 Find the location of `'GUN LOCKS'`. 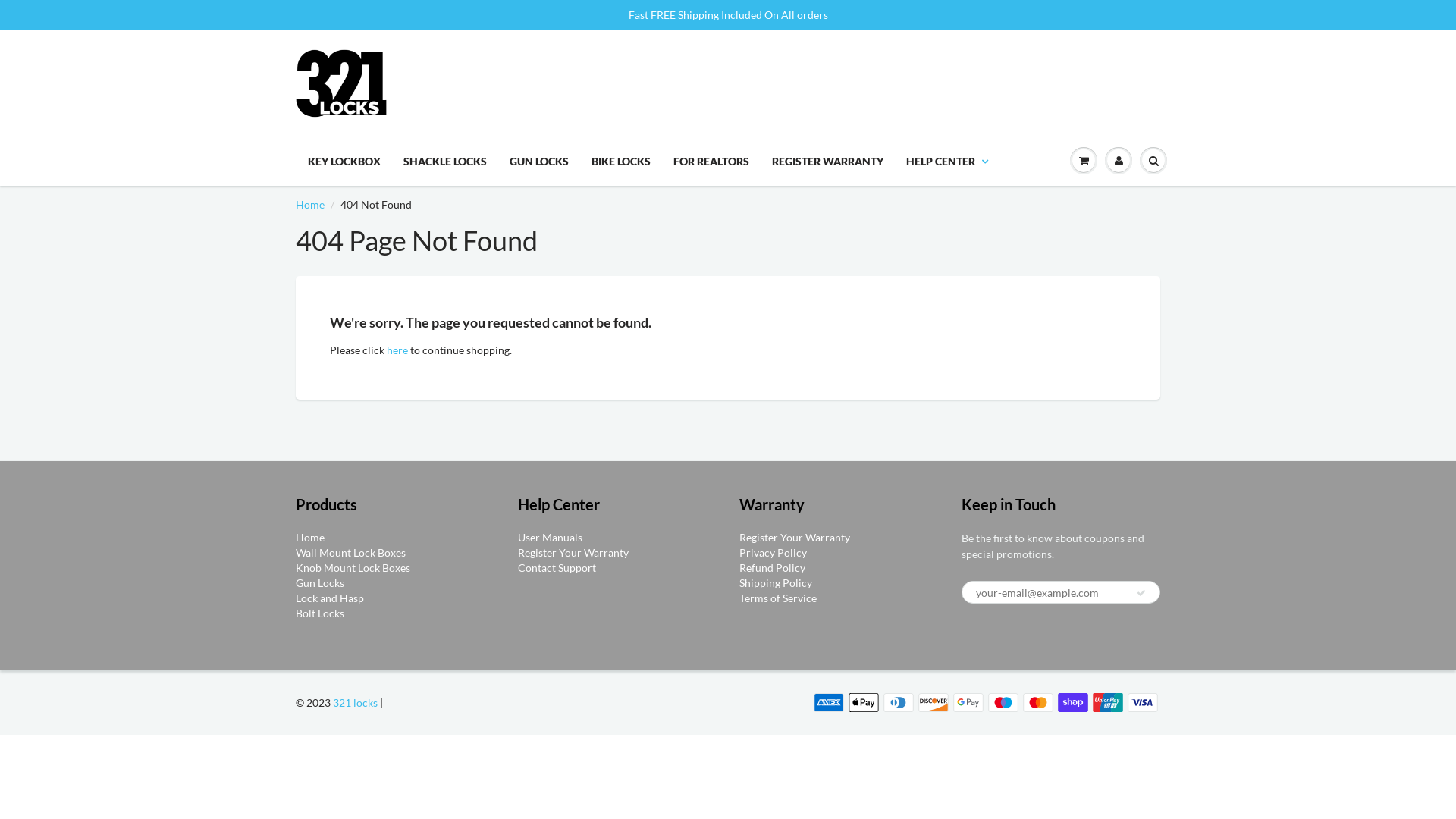

'GUN LOCKS' is located at coordinates (538, 161).